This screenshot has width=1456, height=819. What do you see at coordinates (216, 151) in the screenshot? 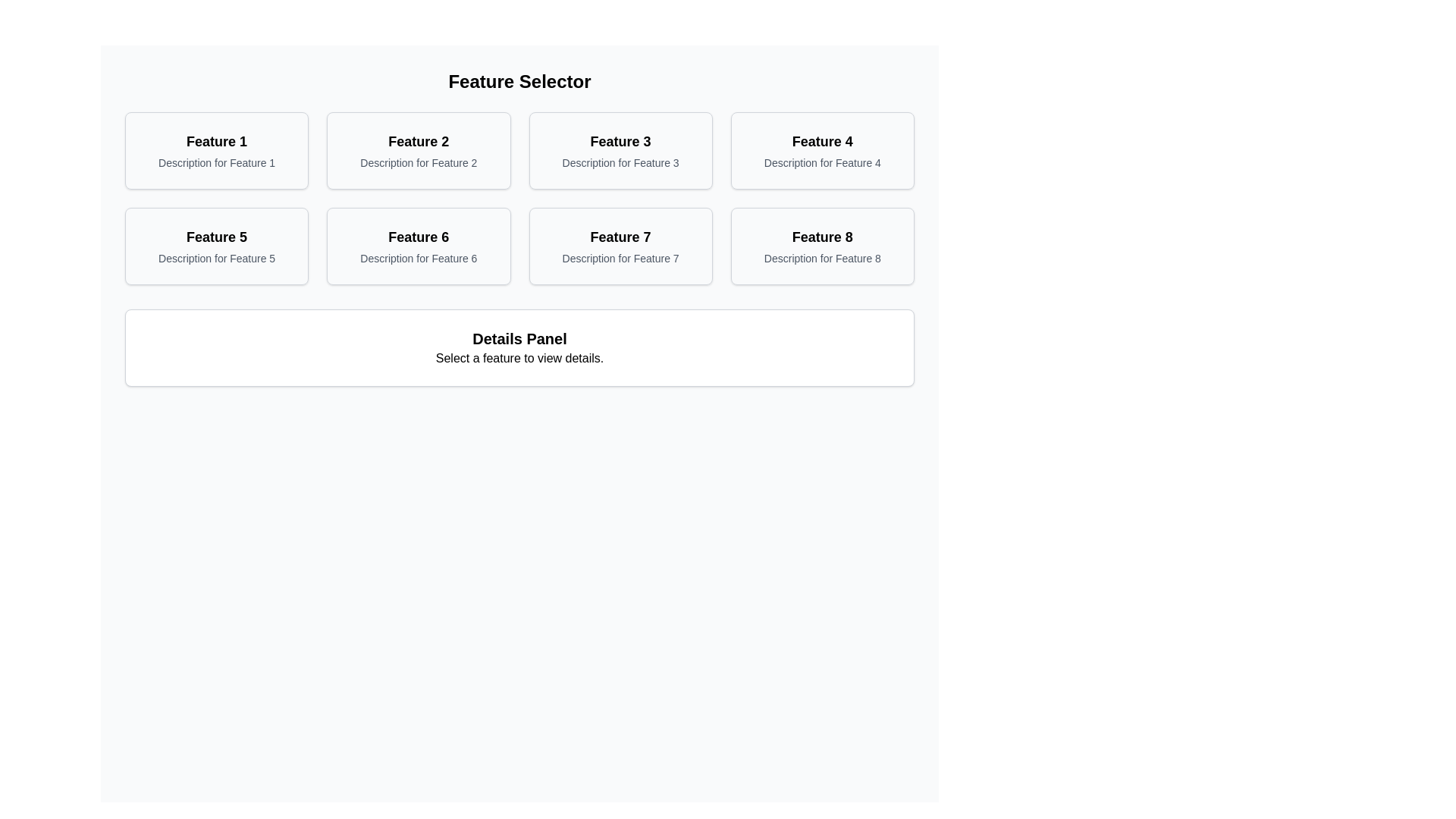
I see `the Button-like card representing 'Feature 1', which is located in the top-left corner of the grid layout and is the first card of its row and column` at bounding box center [216, 151].